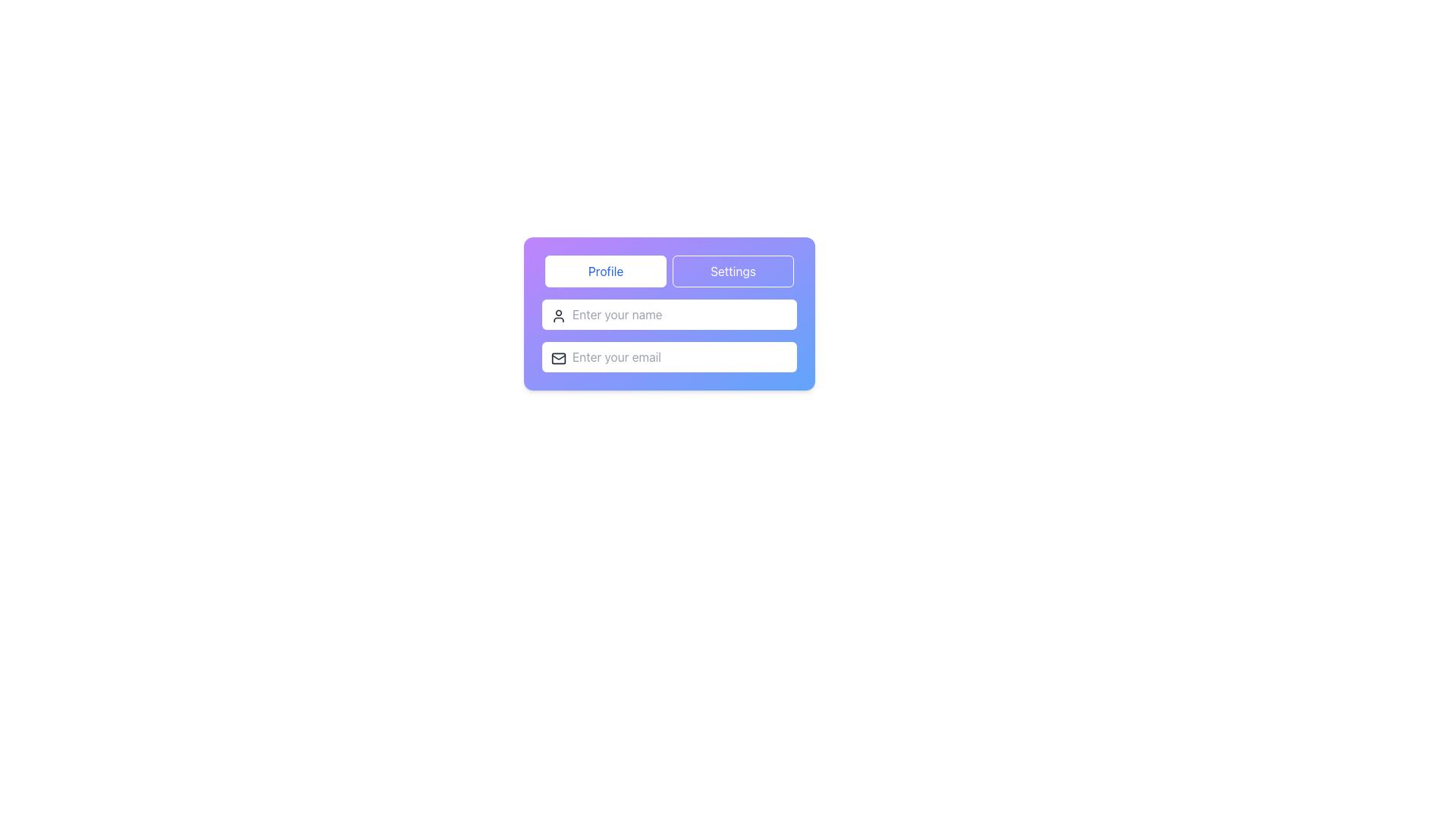 This screenshot has height=819, width=1456. I want to click on the decorative icon inside the 'Enter your name' input field, located at the top left corner of the input box, so click(558, 315).